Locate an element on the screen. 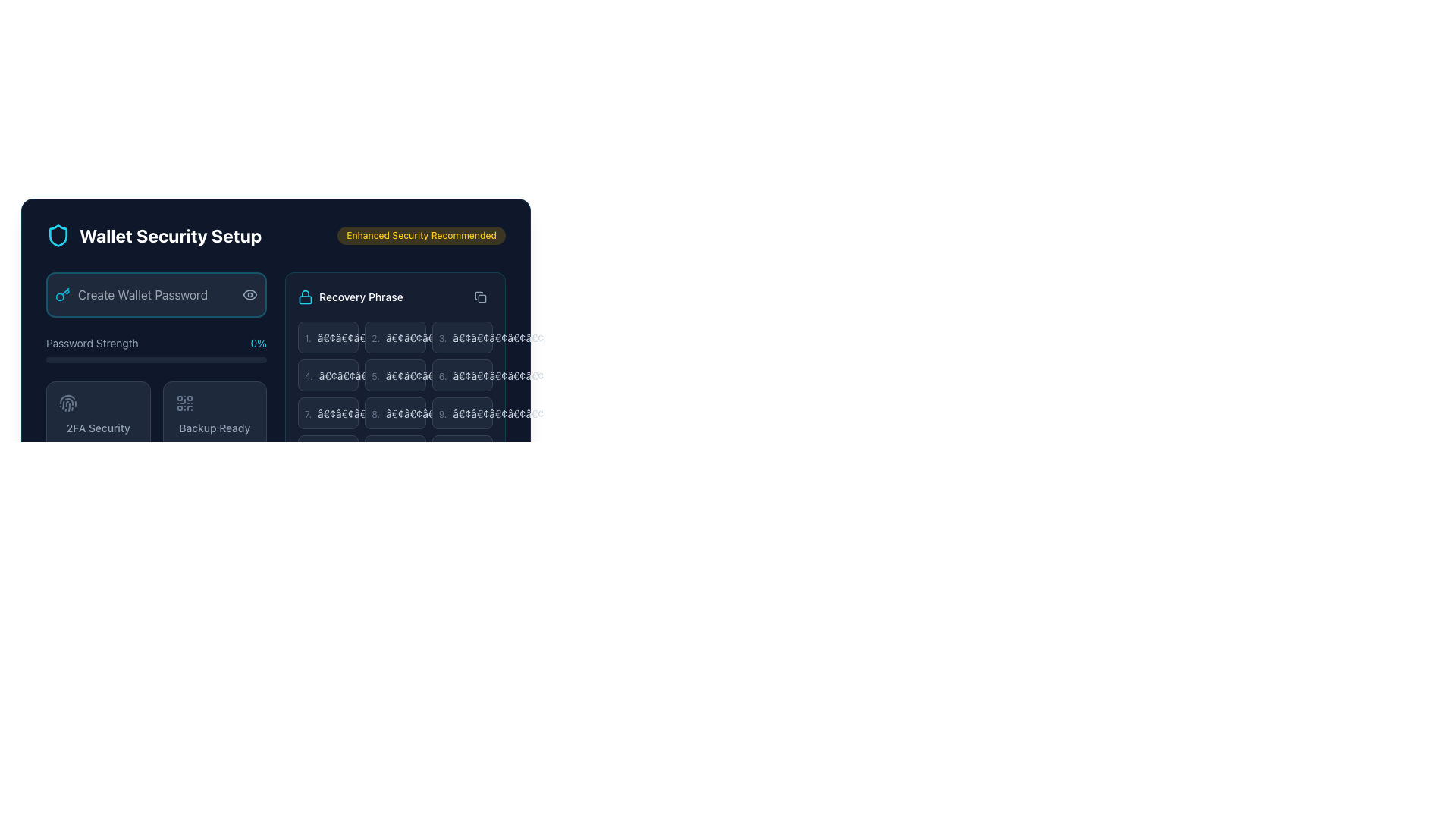 This screenshot has height=819, width=1456. text display element that obscures or encrypts content, located to the right of the number '4.' in the 'Recovery Phrase' section is located at coordinates (364, 375).